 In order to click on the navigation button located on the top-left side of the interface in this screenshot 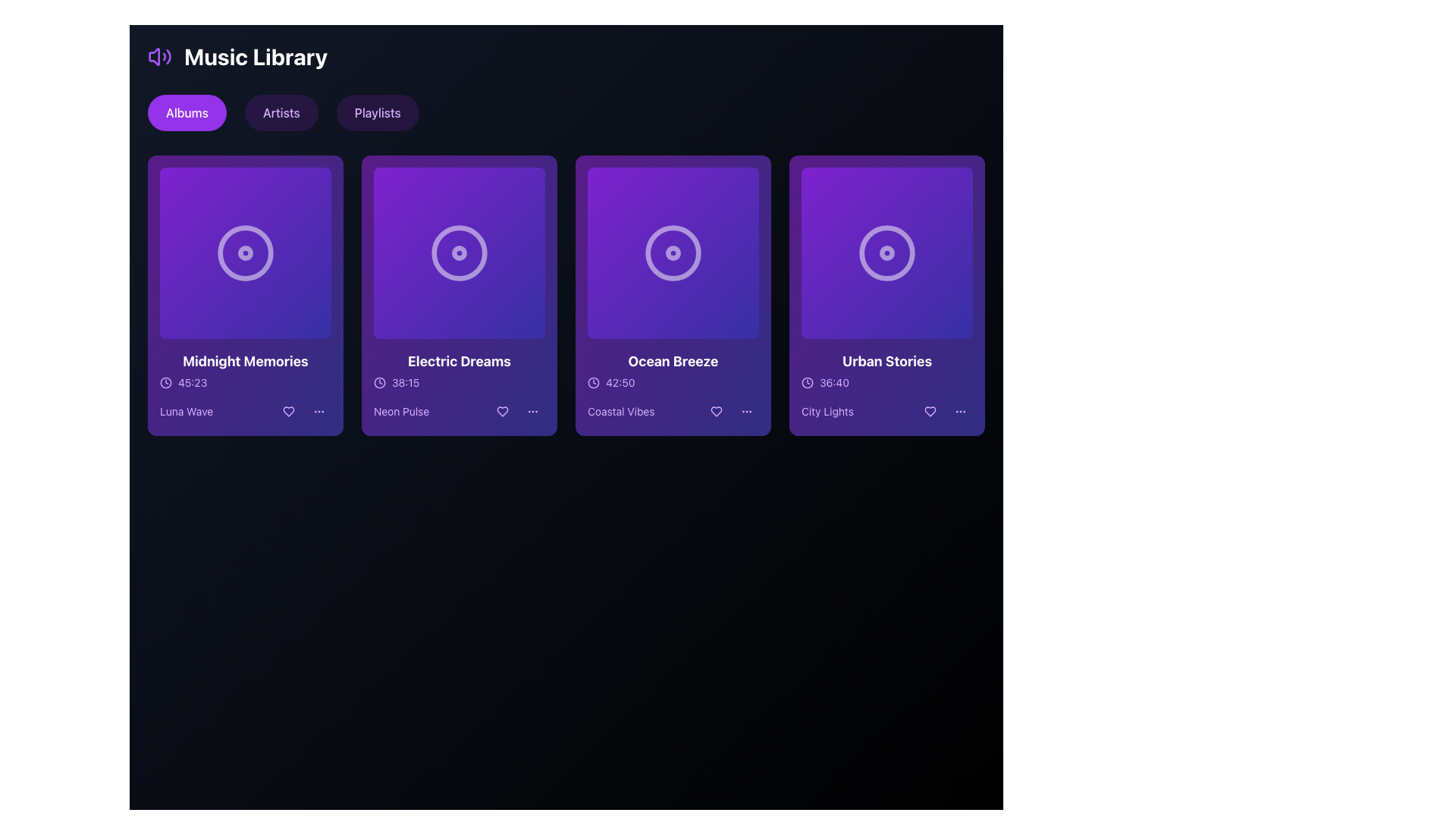, I will do `click(186, 112)`.